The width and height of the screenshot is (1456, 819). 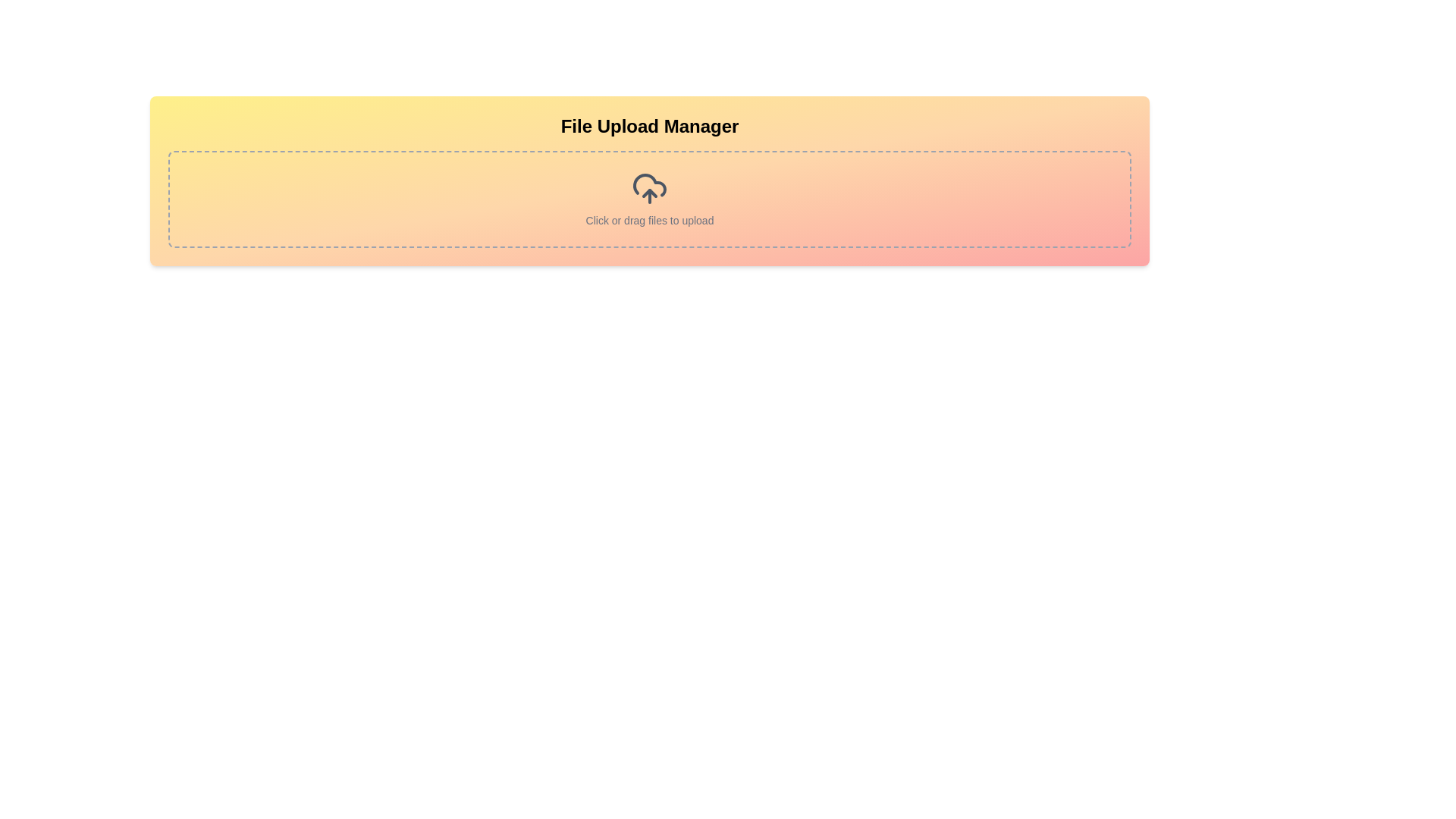 What do you see at coordinates (650, 188) in the screenshot?
I see `the cloud upload icon with an upward arrow, which is located above the 'Click or drag files to upload' text and beneath the 'File Upload Manager' heading` at bounding box center [650, 188].